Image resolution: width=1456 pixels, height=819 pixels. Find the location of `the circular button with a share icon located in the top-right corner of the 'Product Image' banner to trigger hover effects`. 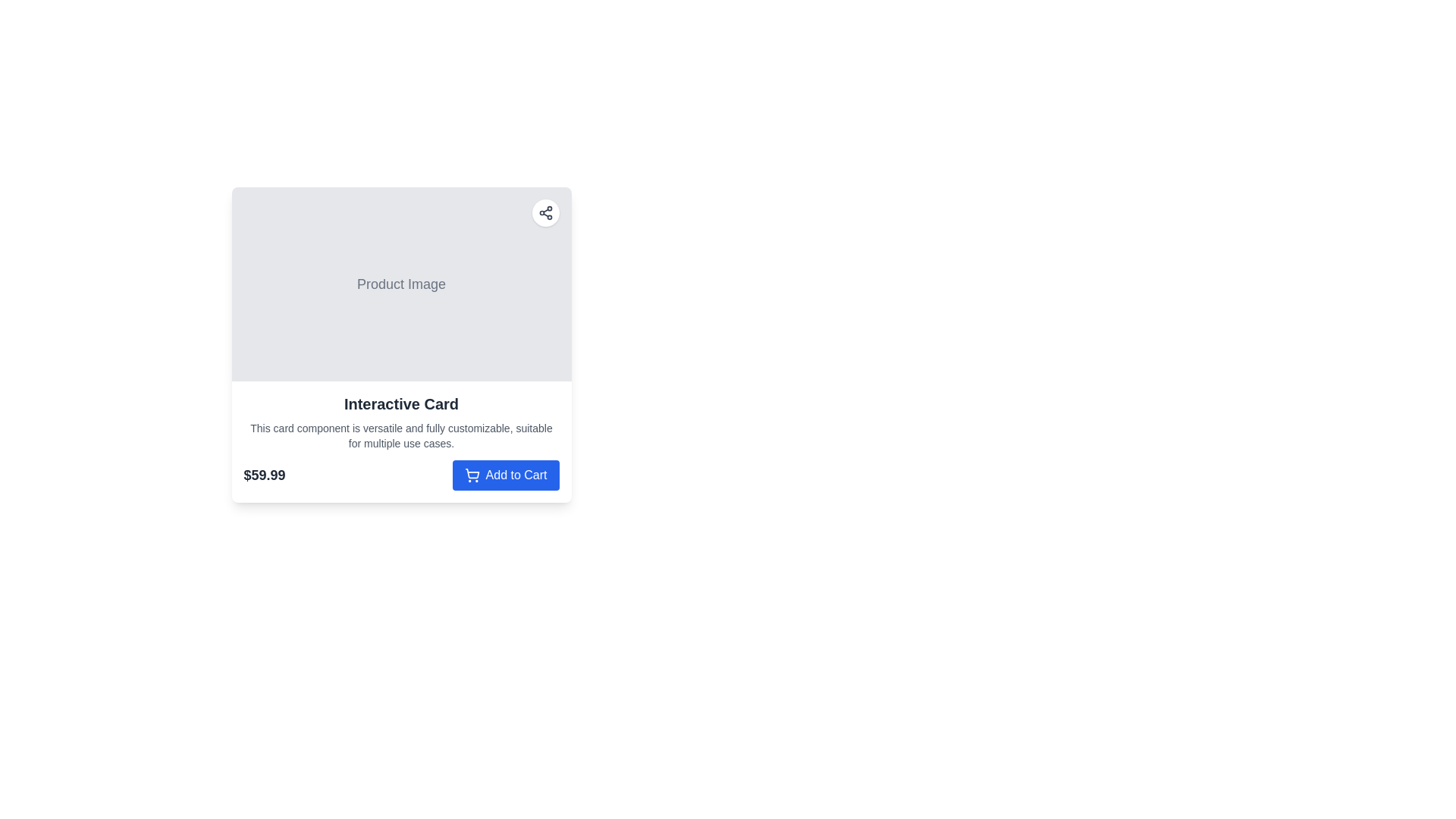

the circular button with a share icon located in the top-right corner of the 'Product Image' banner to trigger hover effects is located at coordinates (545, 213).